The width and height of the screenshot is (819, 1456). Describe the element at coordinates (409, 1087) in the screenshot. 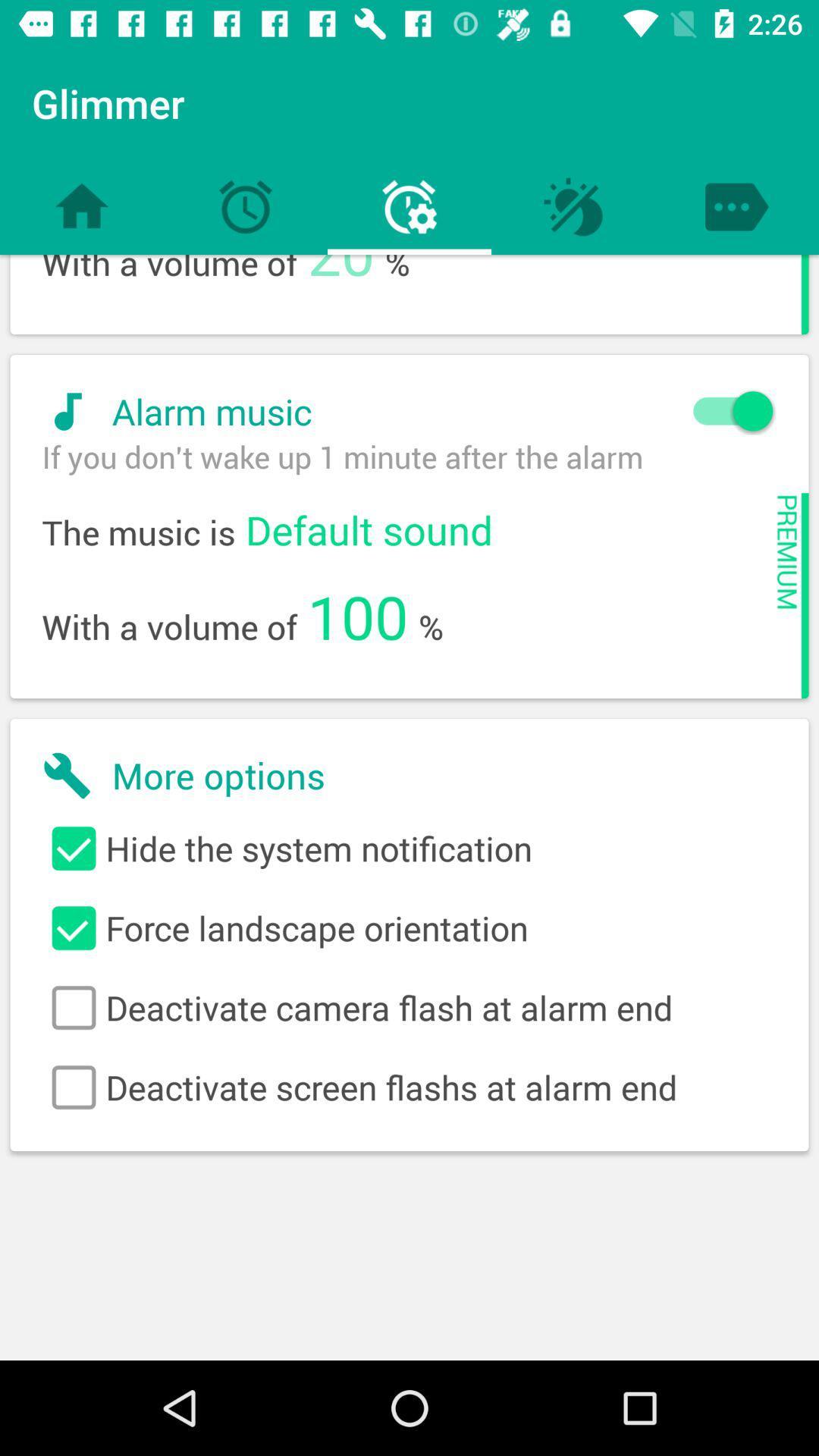

I see `deactivate screen flashs item` at that location.